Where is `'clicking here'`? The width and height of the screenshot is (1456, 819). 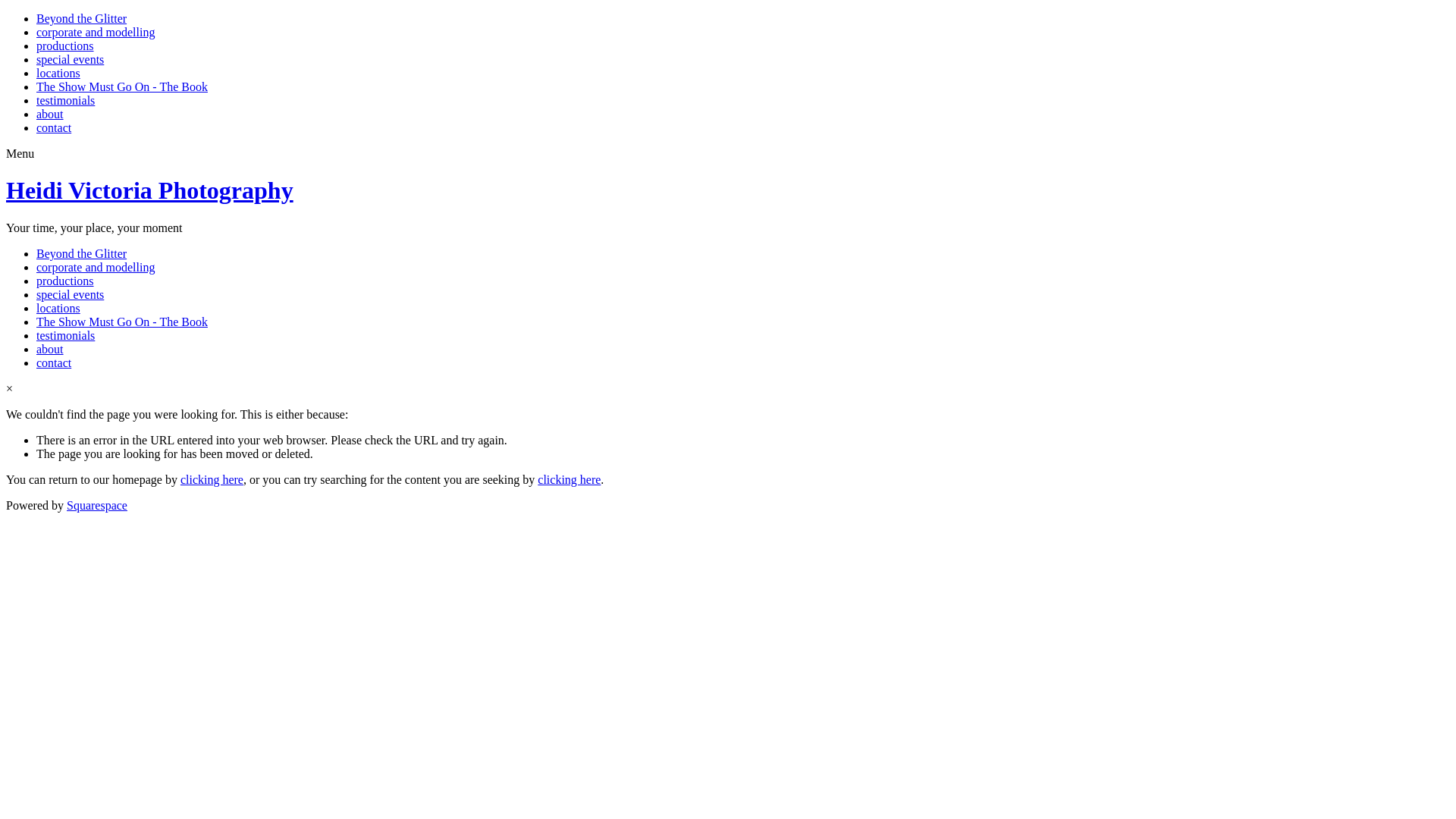
'clicking here' is located at coordinates (568, 479).